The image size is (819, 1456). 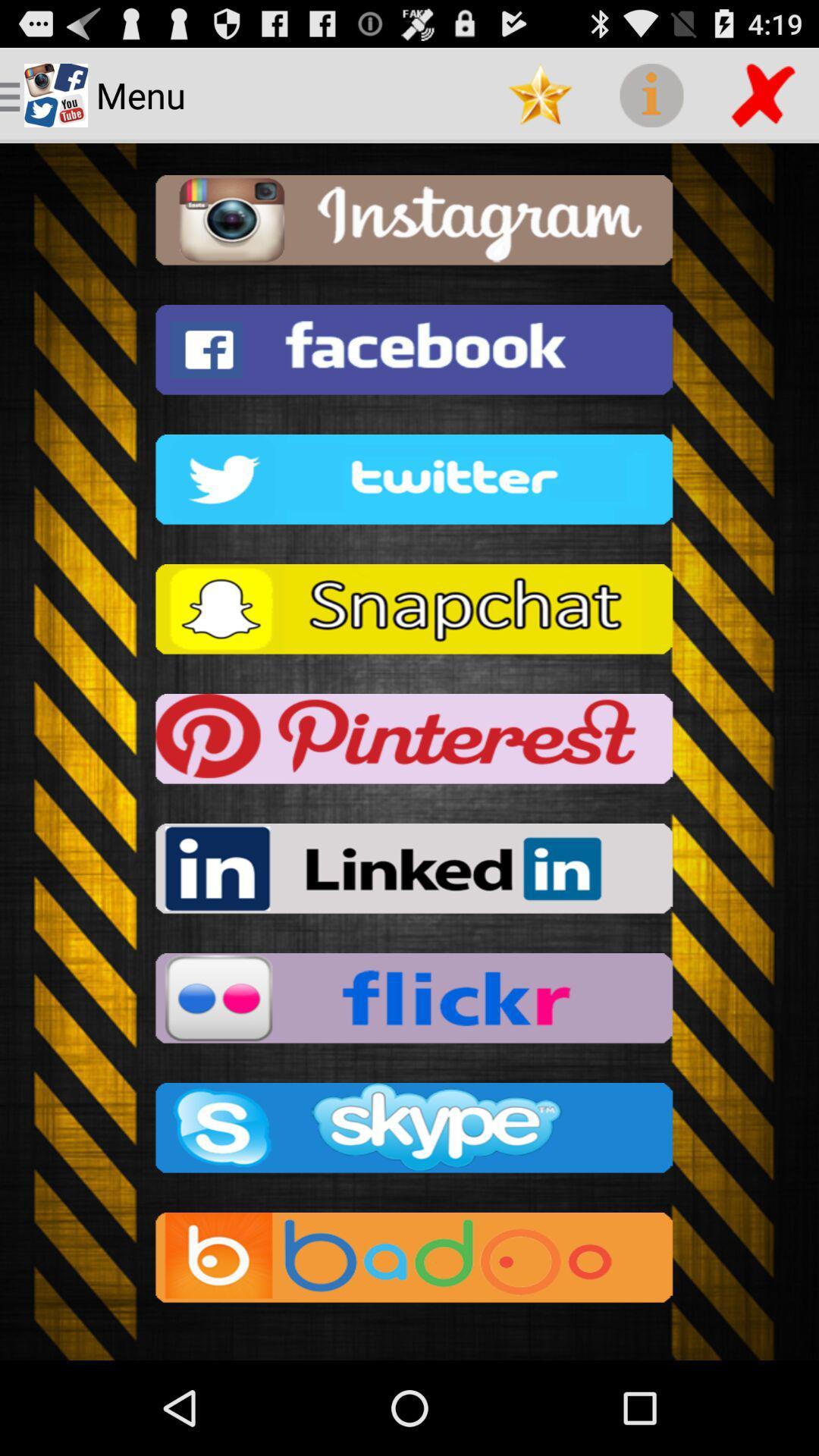 What do you see at coordinates (409, 353) in the screenshot?
I see `facebook` at bounding box center [409, 353].